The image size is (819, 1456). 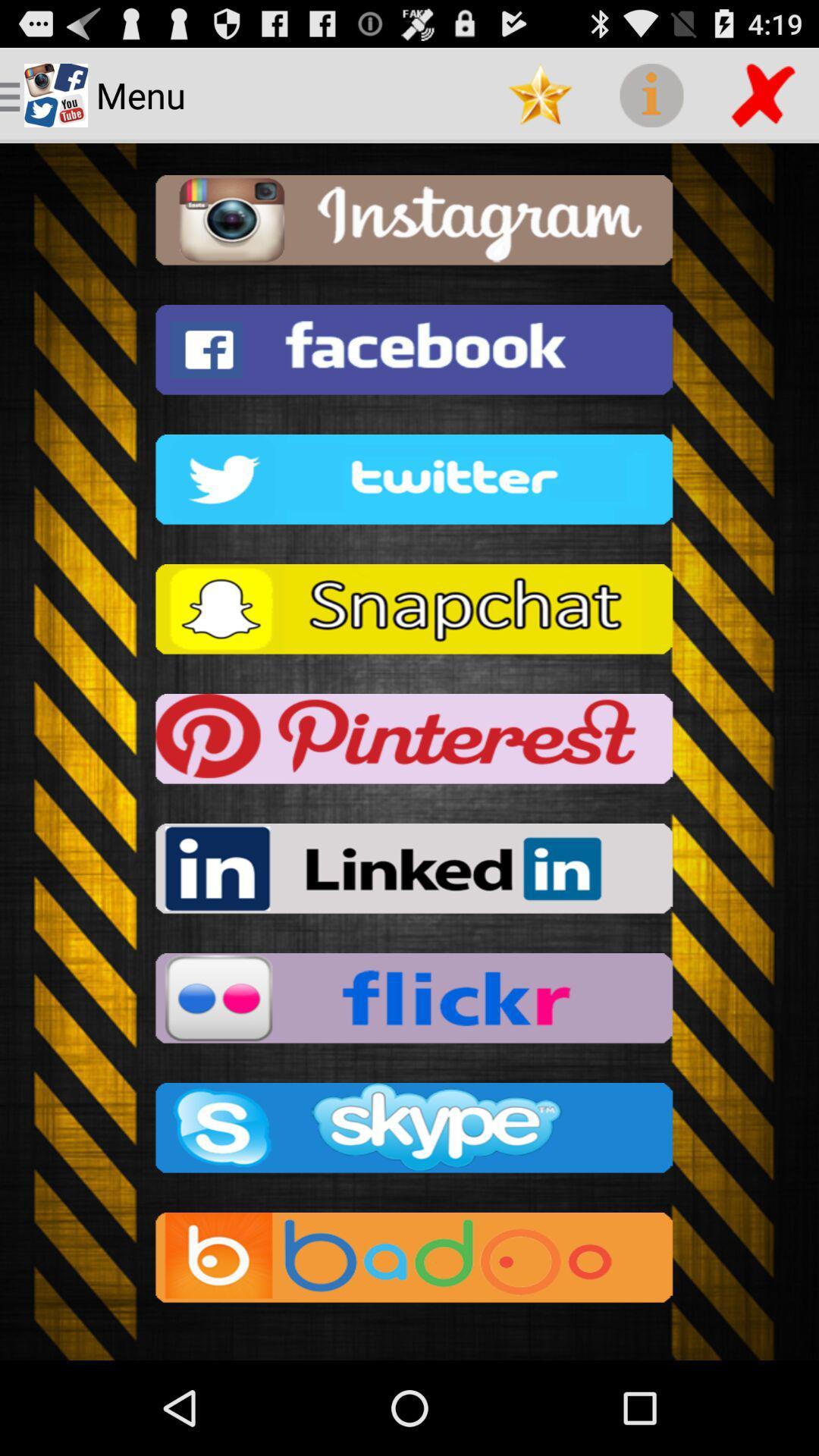 What do you see at coordinates (409, 353) in the screenshot?
I see `facebook` at bounding box center [409, 353].